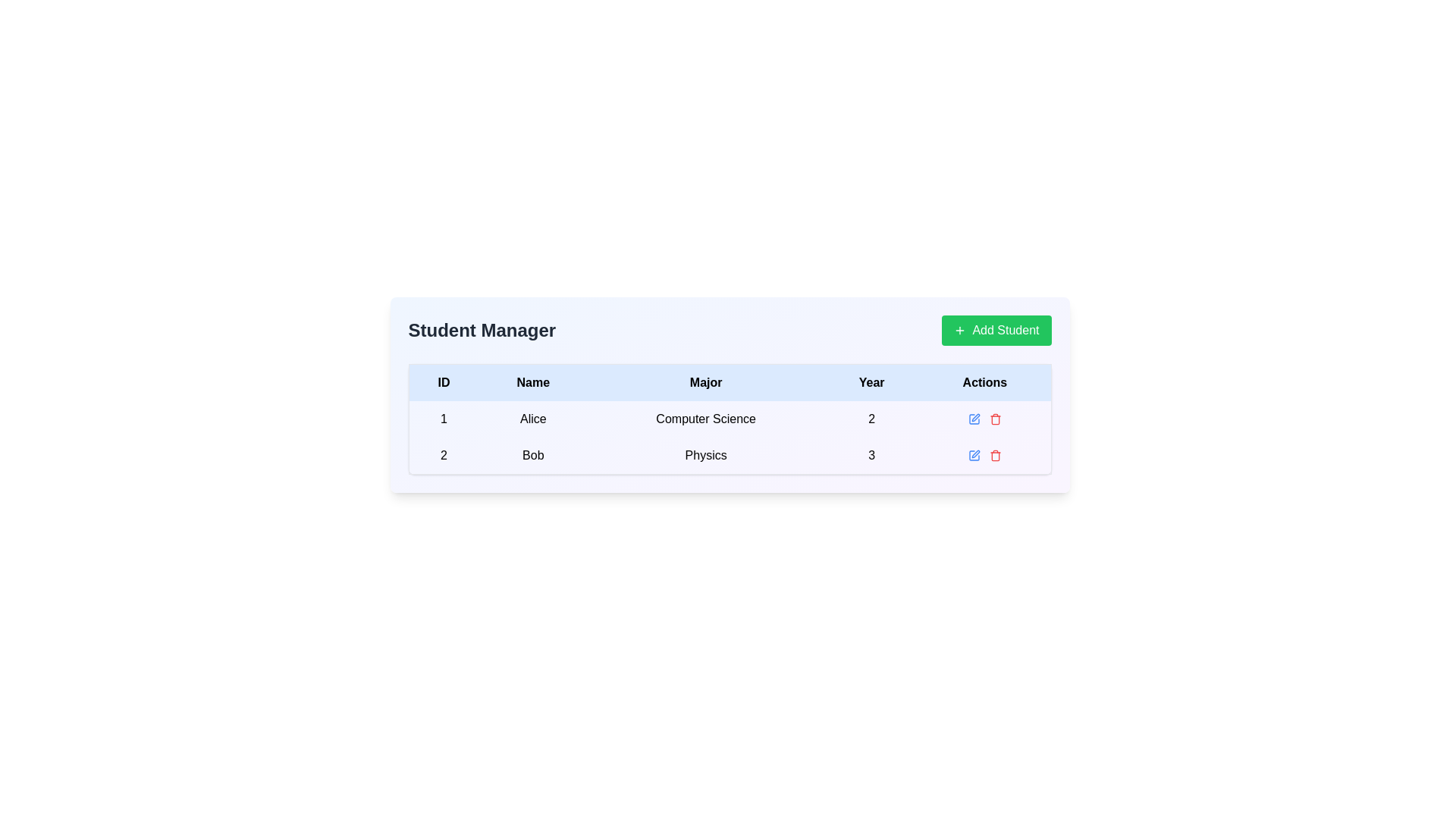  I want to click on the static table cell containing the text '2', which is located in the fourth column (Year) of the first row of the data table, so click(871, 419).